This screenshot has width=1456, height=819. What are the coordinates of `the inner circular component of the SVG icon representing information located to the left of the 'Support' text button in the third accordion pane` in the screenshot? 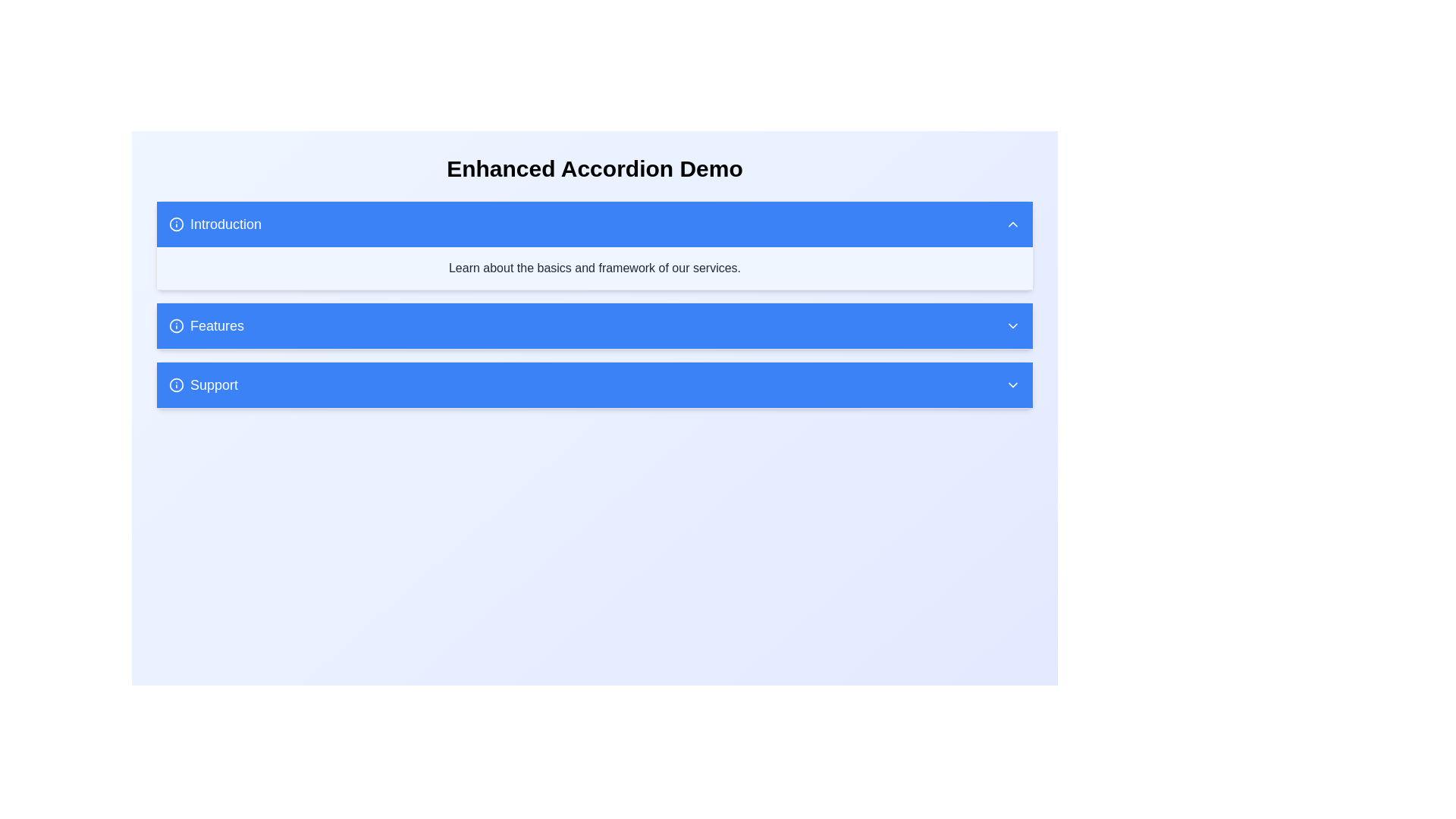 It's located at (177, 383).